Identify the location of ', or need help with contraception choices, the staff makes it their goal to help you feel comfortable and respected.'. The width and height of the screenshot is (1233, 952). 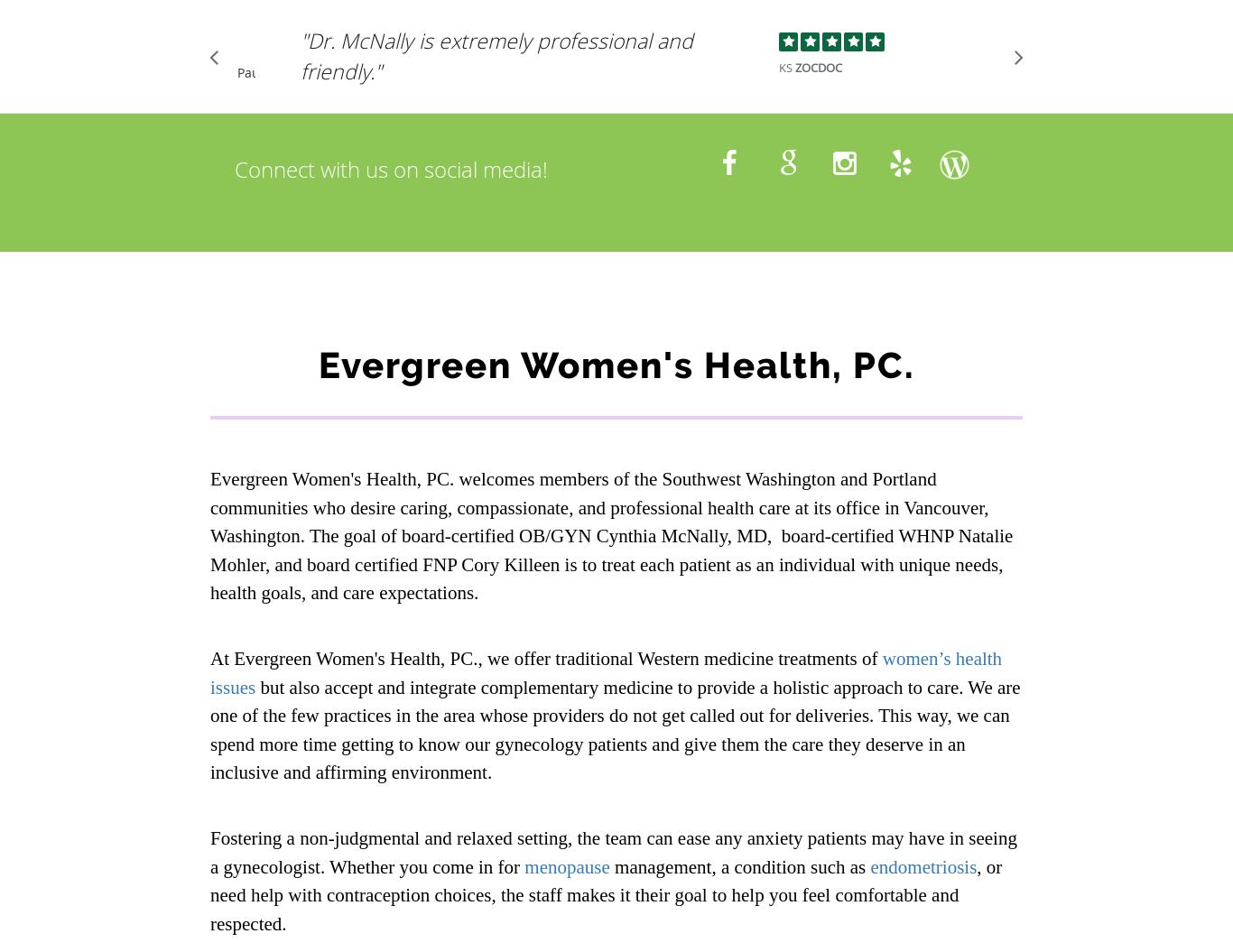
(605, 894).